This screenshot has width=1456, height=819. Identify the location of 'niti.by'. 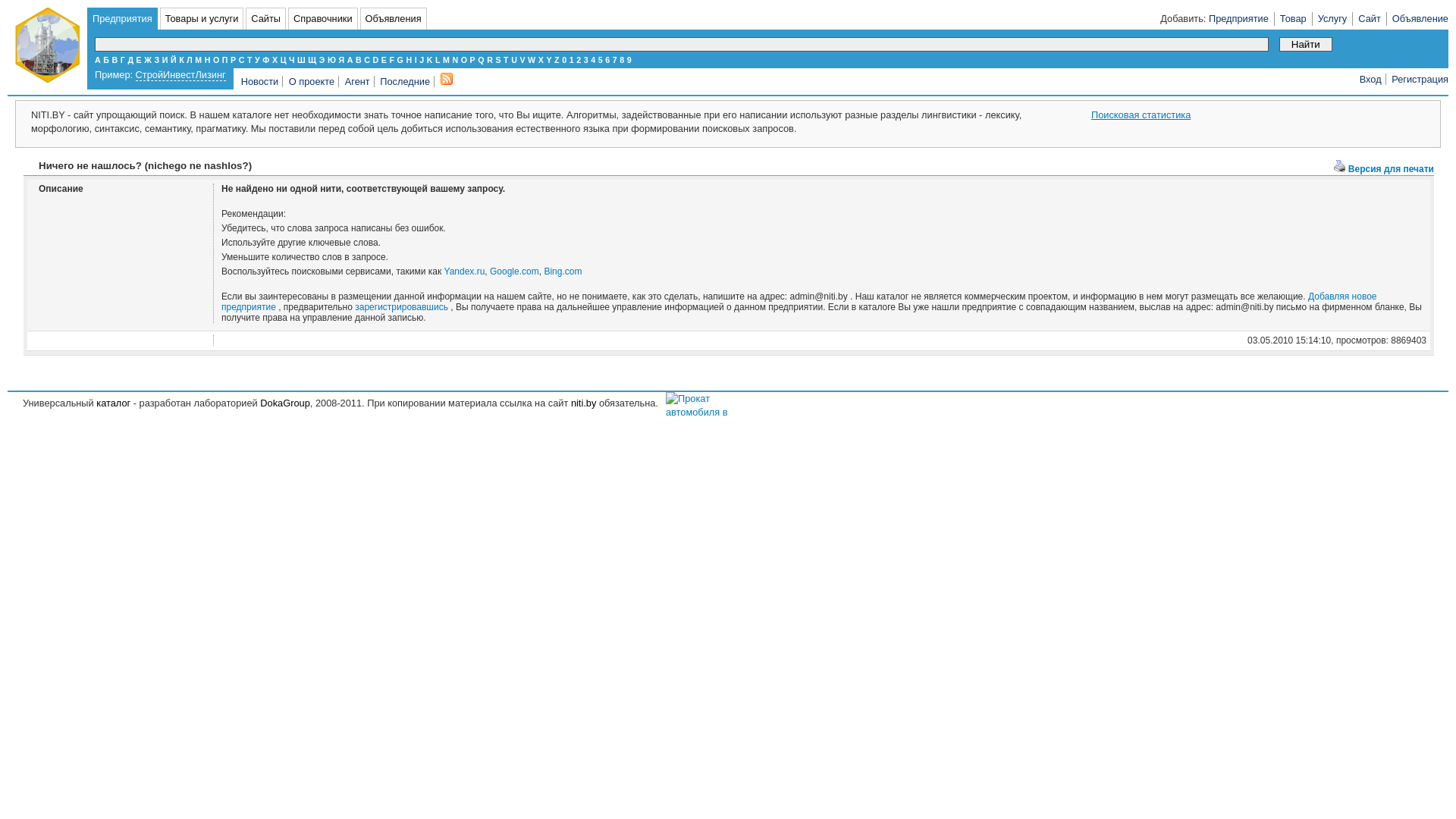
(582, 402).